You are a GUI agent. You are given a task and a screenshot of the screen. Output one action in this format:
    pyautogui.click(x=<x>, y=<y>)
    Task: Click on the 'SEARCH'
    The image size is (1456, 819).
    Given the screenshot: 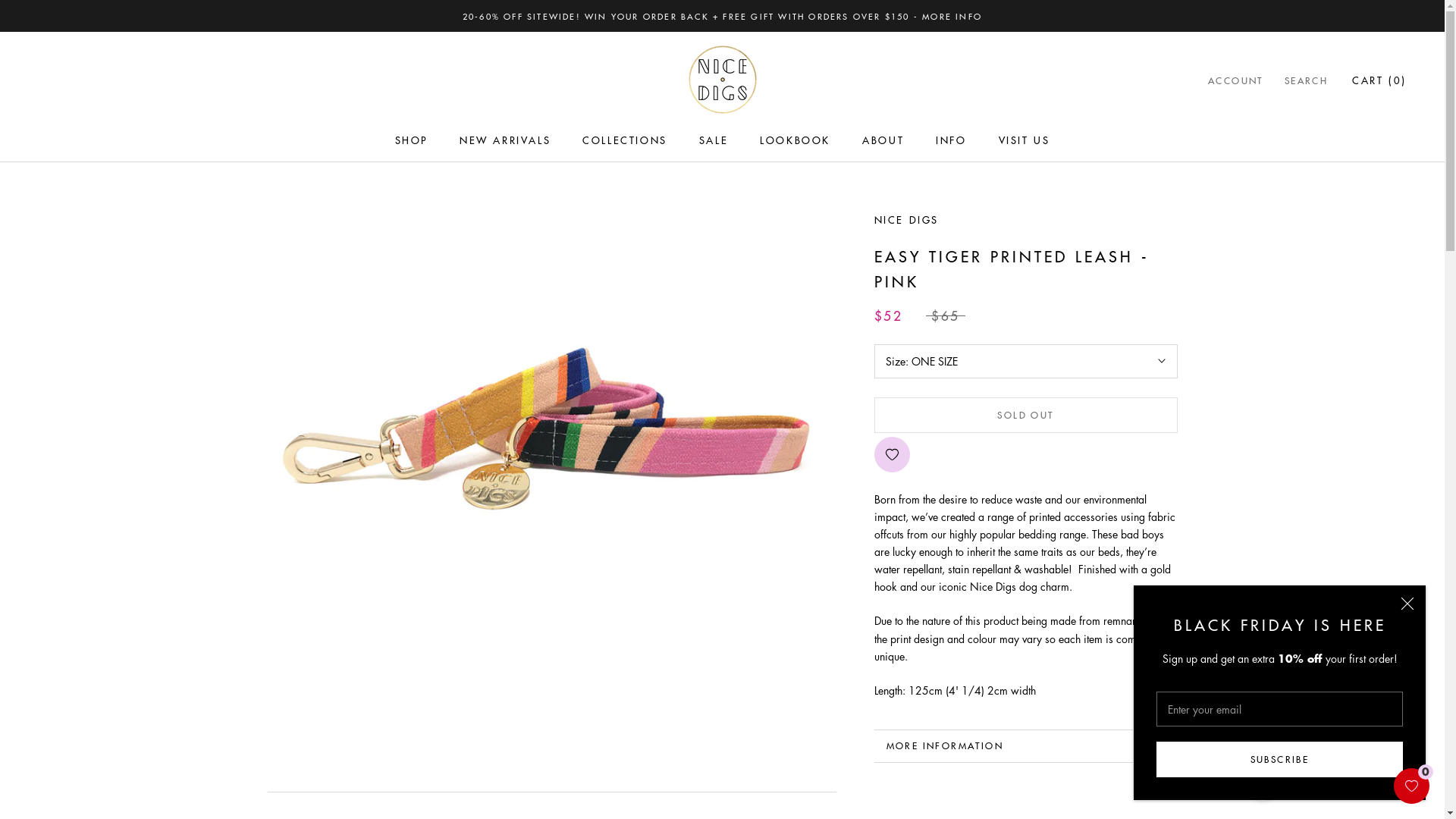 What is the action you would take?
    pyautogui.click(x=1305, y=81)
    